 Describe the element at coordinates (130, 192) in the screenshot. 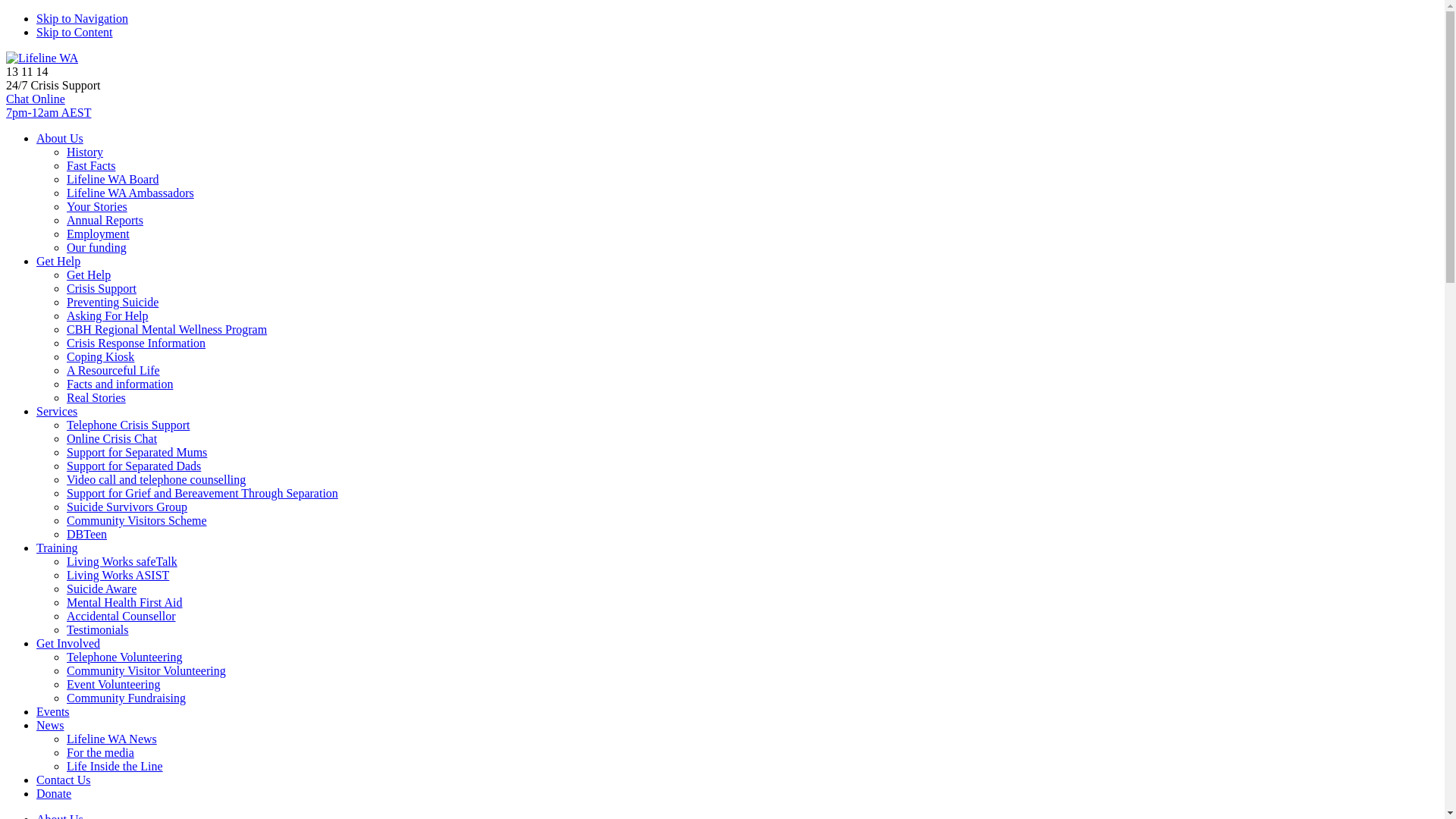

I see `'Lifeline WA Ambassadors'` at that location.